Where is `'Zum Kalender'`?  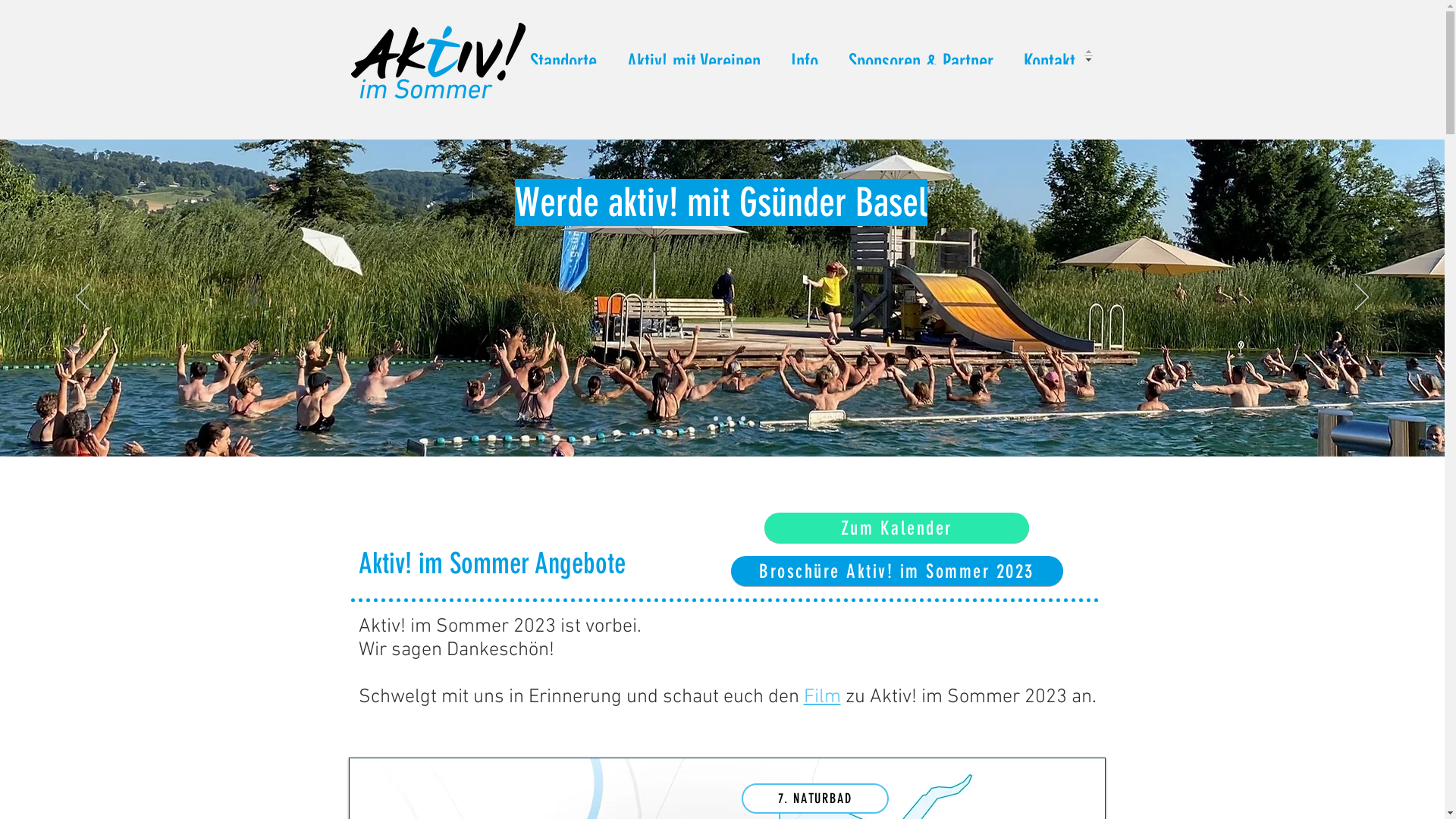 'Zum Kalender' is located at coordinates (896, 526).